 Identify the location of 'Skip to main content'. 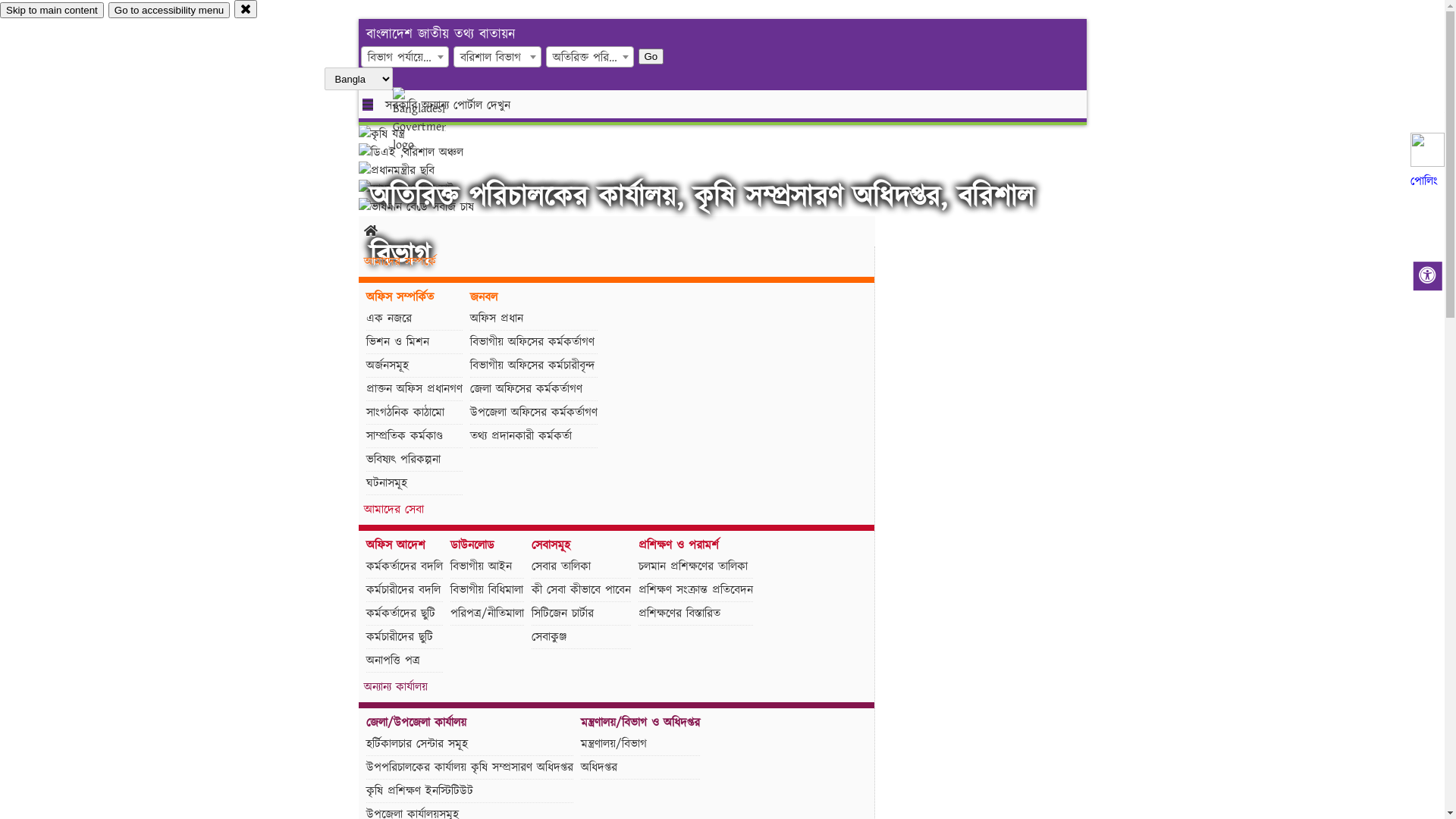
(52, 10).